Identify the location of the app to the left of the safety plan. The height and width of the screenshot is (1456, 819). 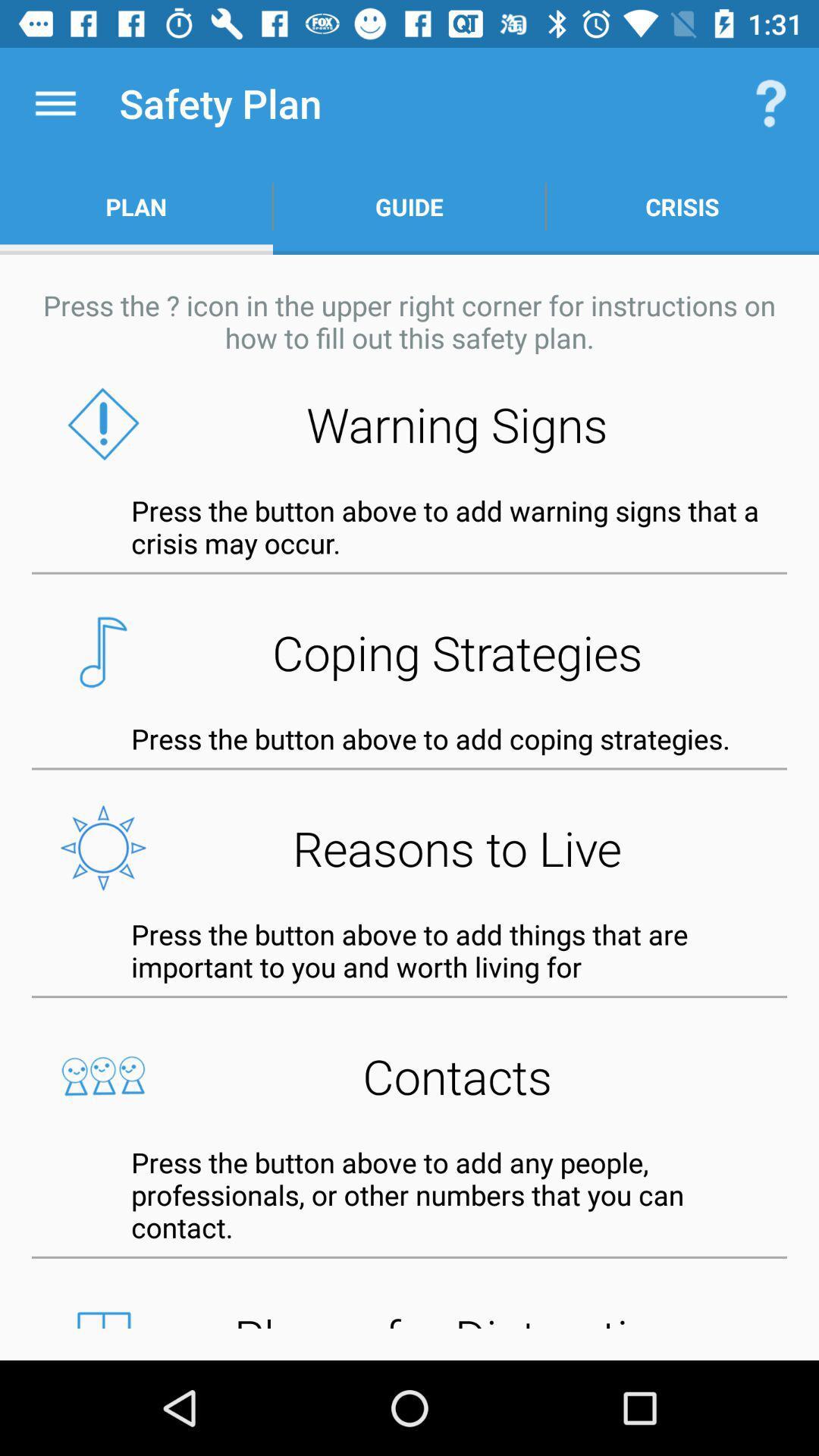
(55, 102).